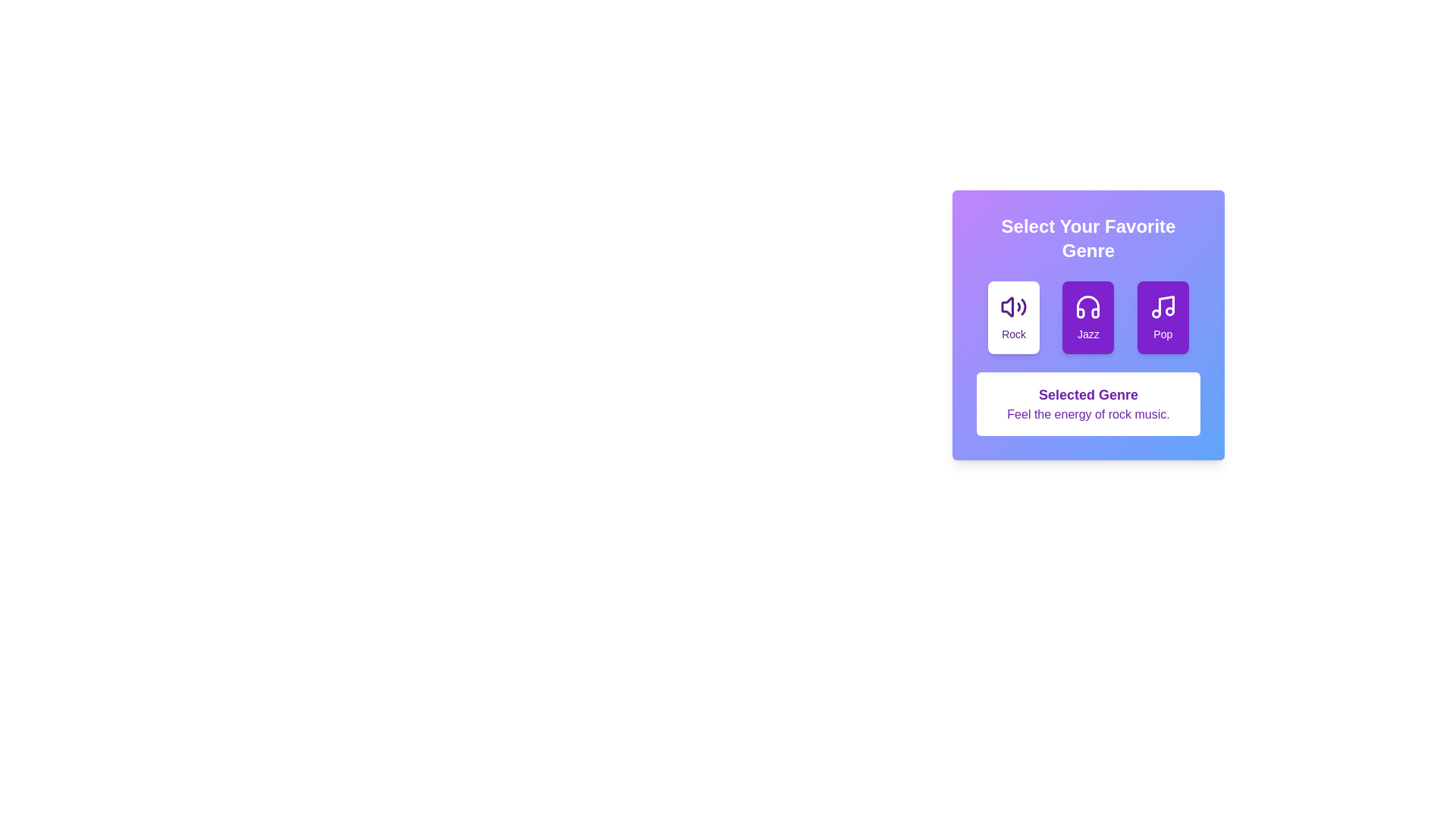  Describe the element at coordinates (1087, 317) in the screenshot. I see `the music genre by clicking on the button labeled Jazz` at that location.